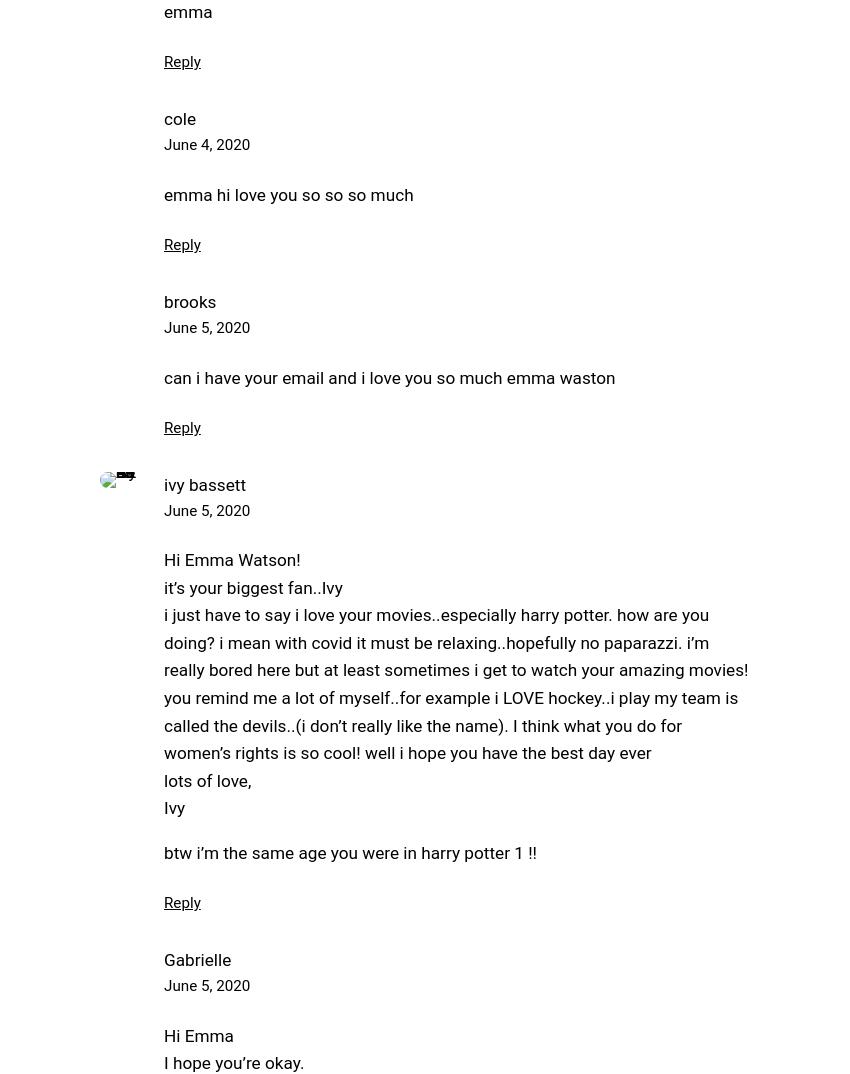 The width and height of the screenshot is (850, 1074). I want to click on 'ivy bassett', so click(163, 484).